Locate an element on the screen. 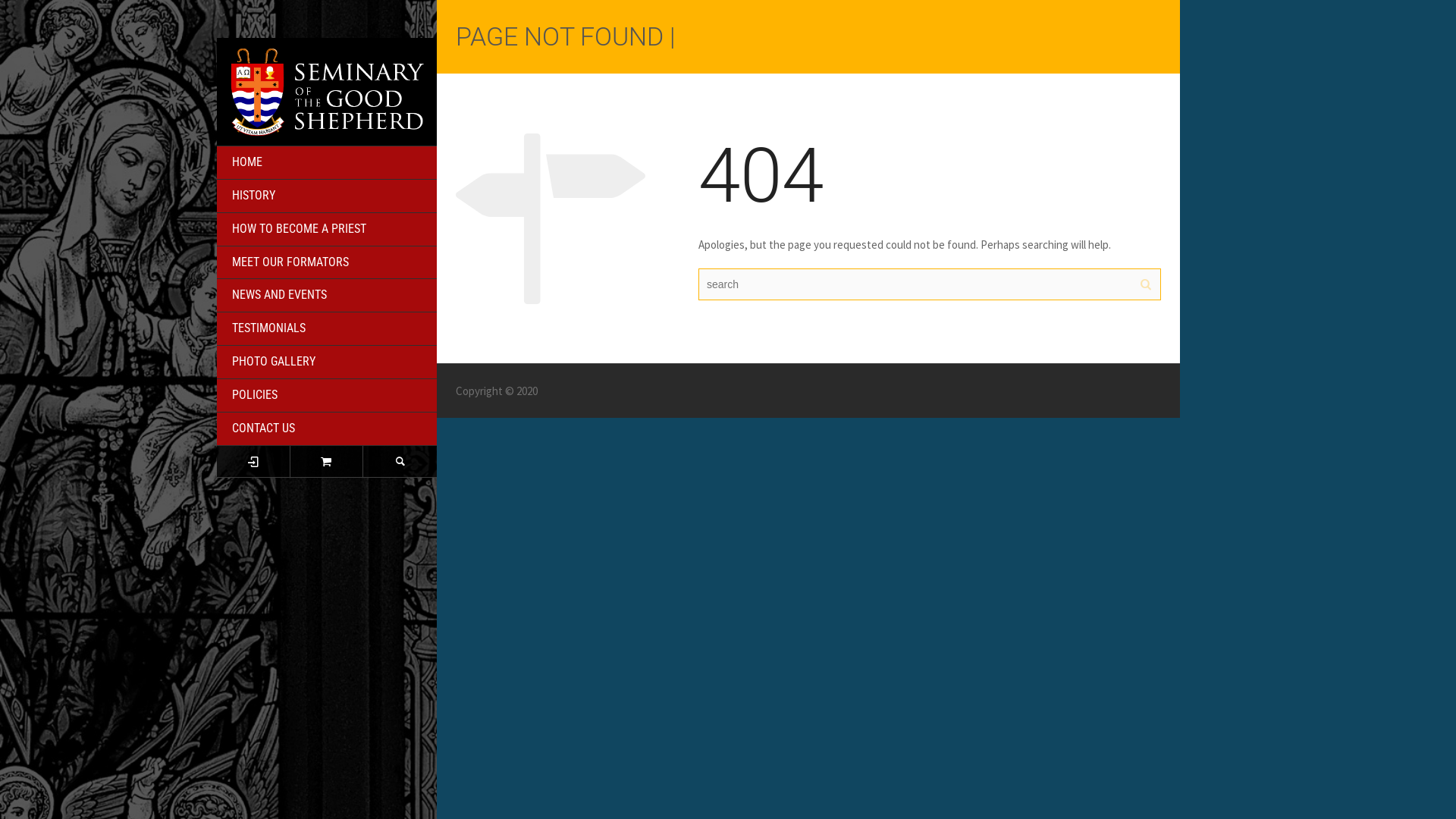 The image size is (1456, 819). 'MEET OUR FORMATORS' is located at coordinates (326, 262).